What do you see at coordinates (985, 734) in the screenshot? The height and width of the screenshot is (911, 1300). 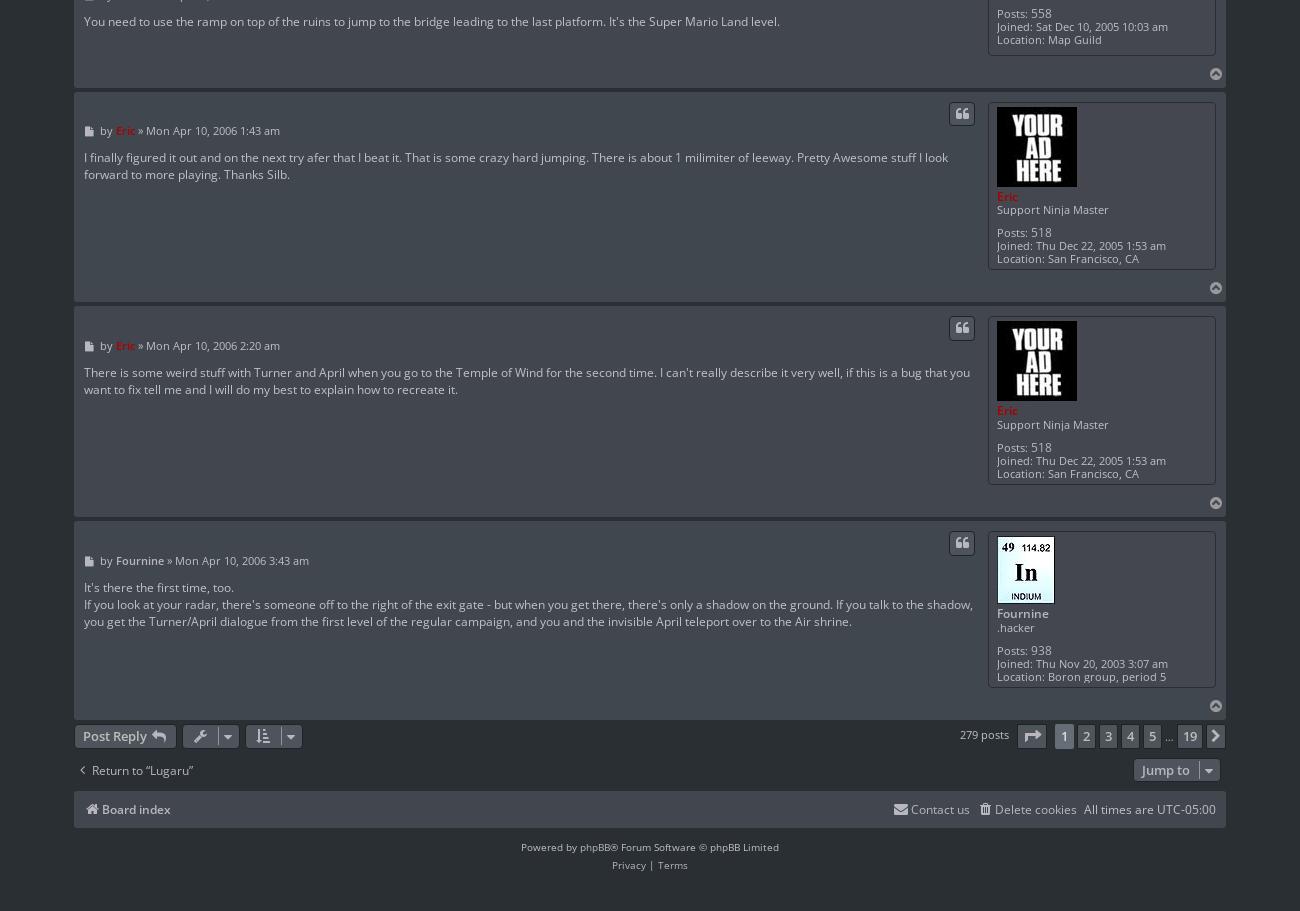 I see `'279 posts'` at bounding box center [985, 734].